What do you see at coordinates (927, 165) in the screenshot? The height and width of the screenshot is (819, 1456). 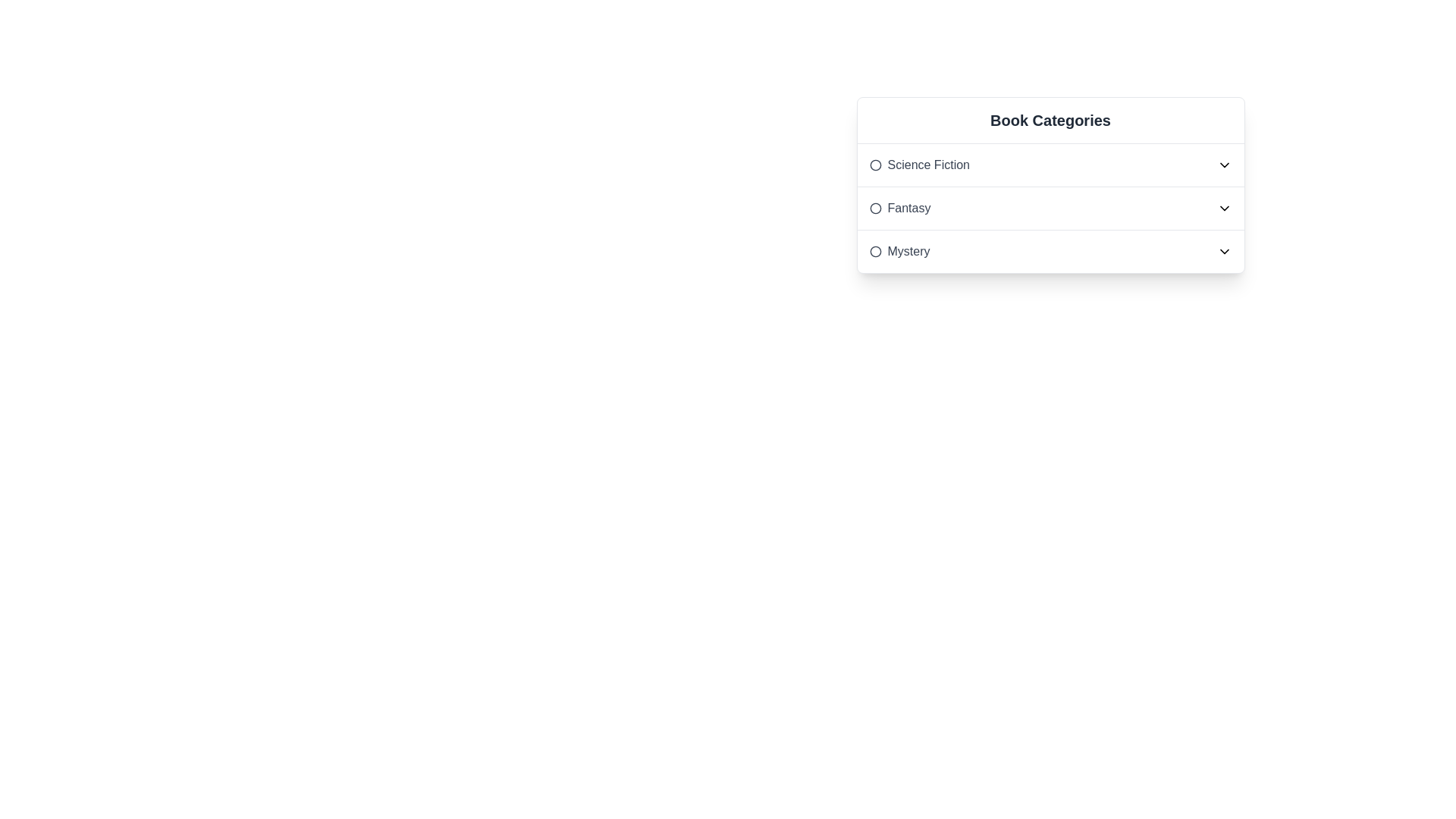 I see `the 'Science Fiction' label, which is styled in gray and positioned next to an unselected circular radio button within the 'Book Categories' list` at bounding box center [927, 165].